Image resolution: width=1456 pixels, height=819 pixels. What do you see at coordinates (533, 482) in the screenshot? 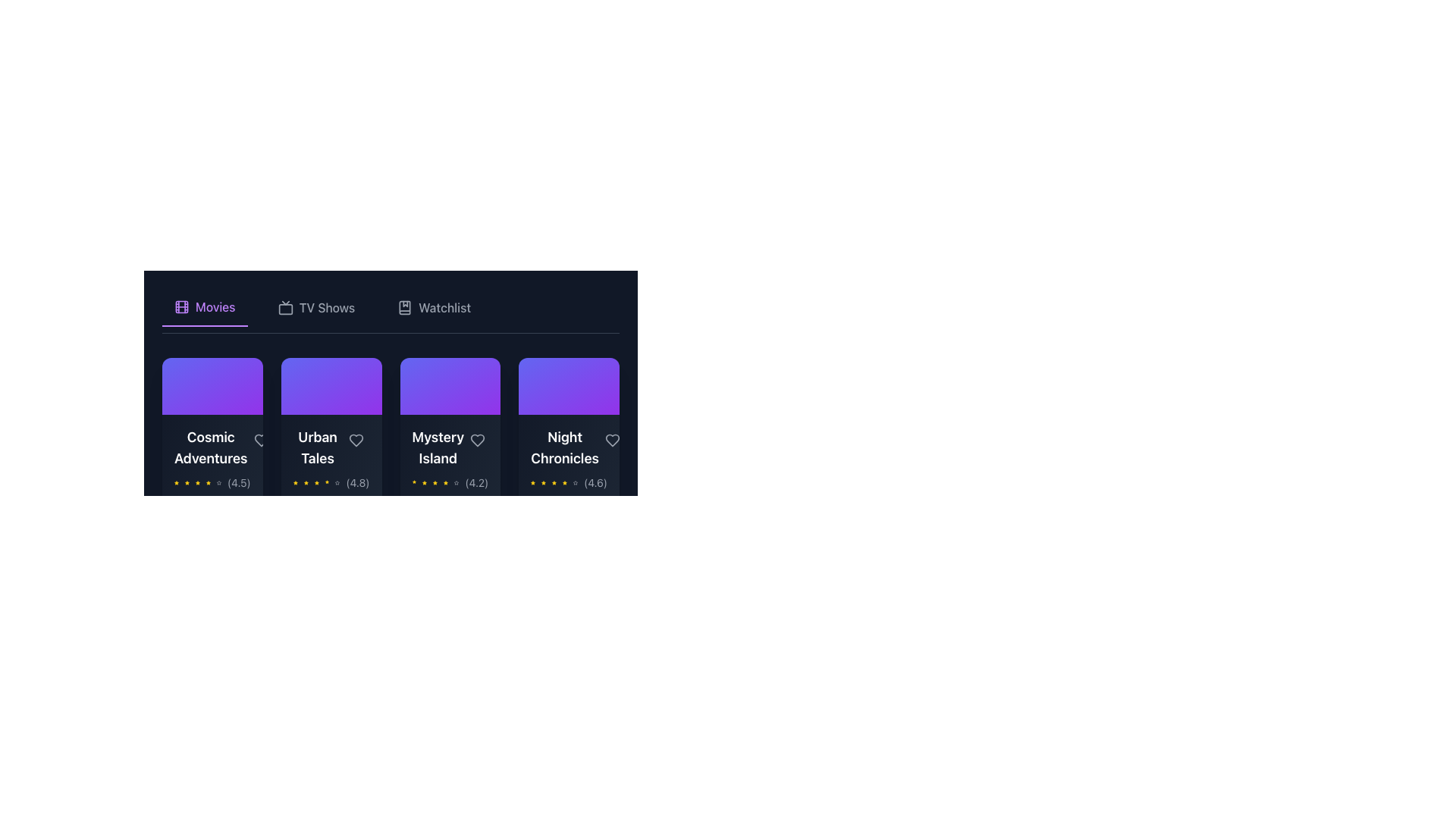
I see `the first yellow star icon in the rating system below the 'Night Chronicles' title` at bounding box center [533, 482].